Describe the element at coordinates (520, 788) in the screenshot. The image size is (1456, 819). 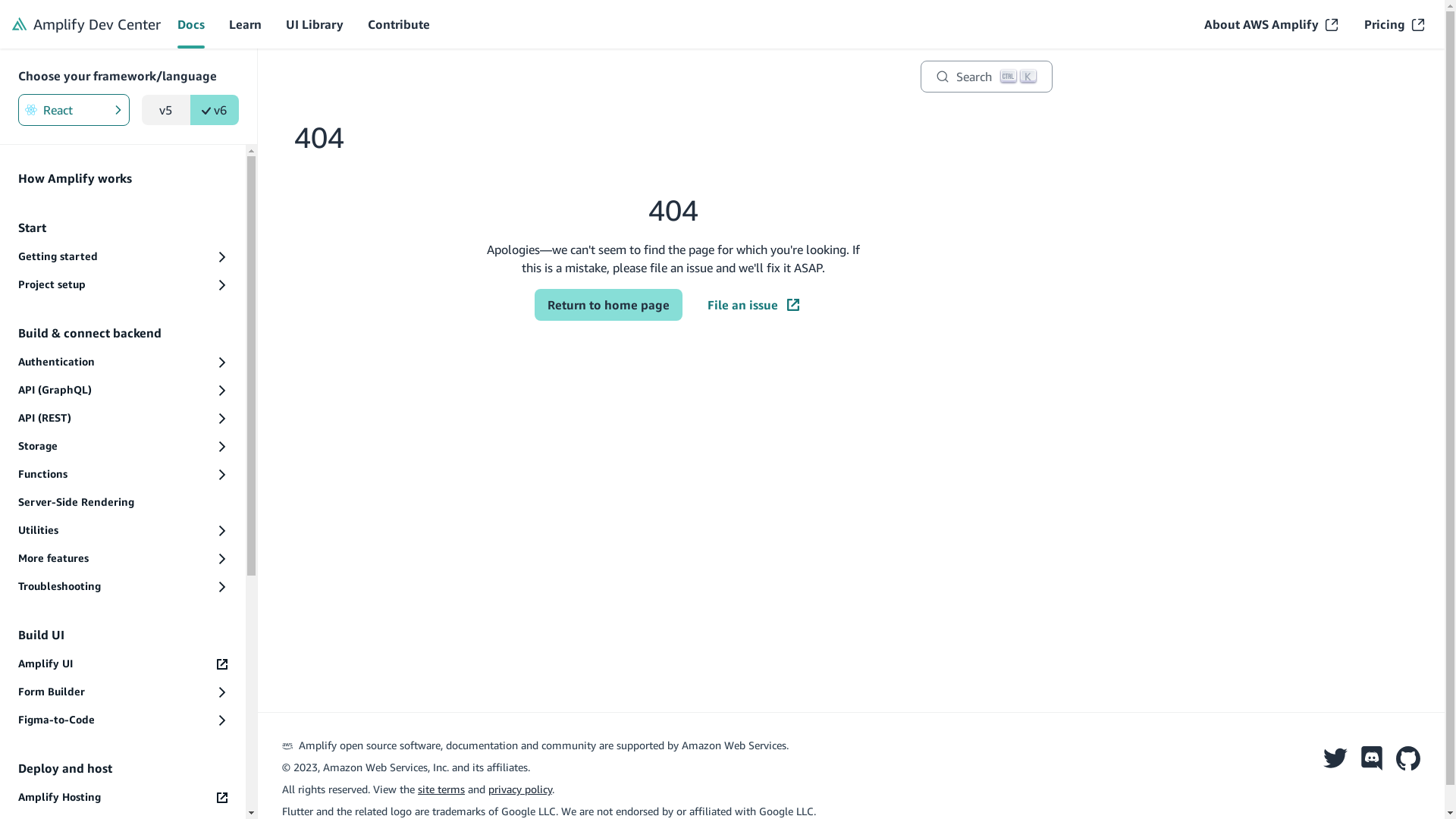
I see `'privacy policy'` at that location.